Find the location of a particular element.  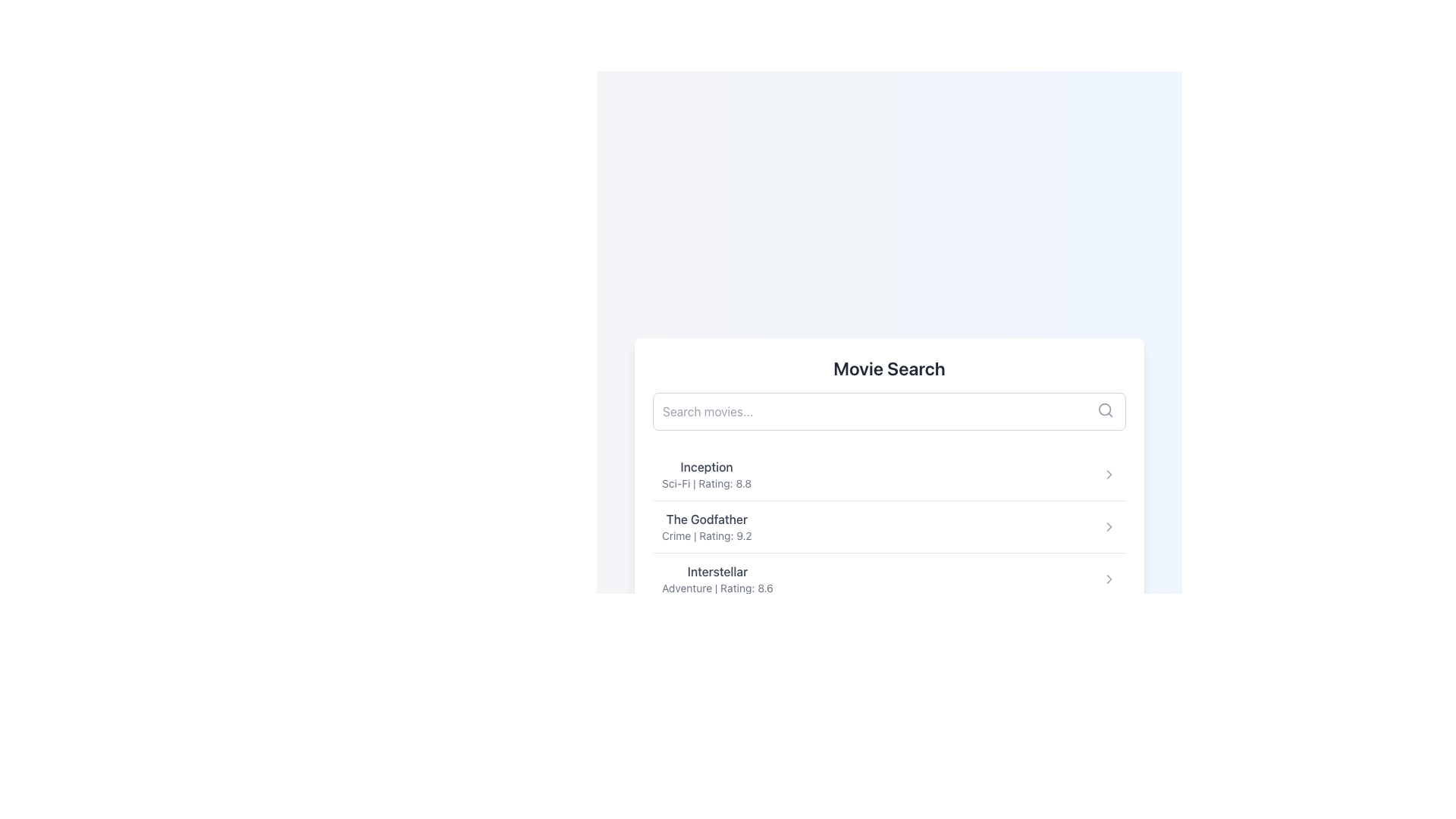

the 'Movie Search' text label which is displayed in a larger, bold font style at the top of the interface, above the search bar is located at coordinates (889, 369).